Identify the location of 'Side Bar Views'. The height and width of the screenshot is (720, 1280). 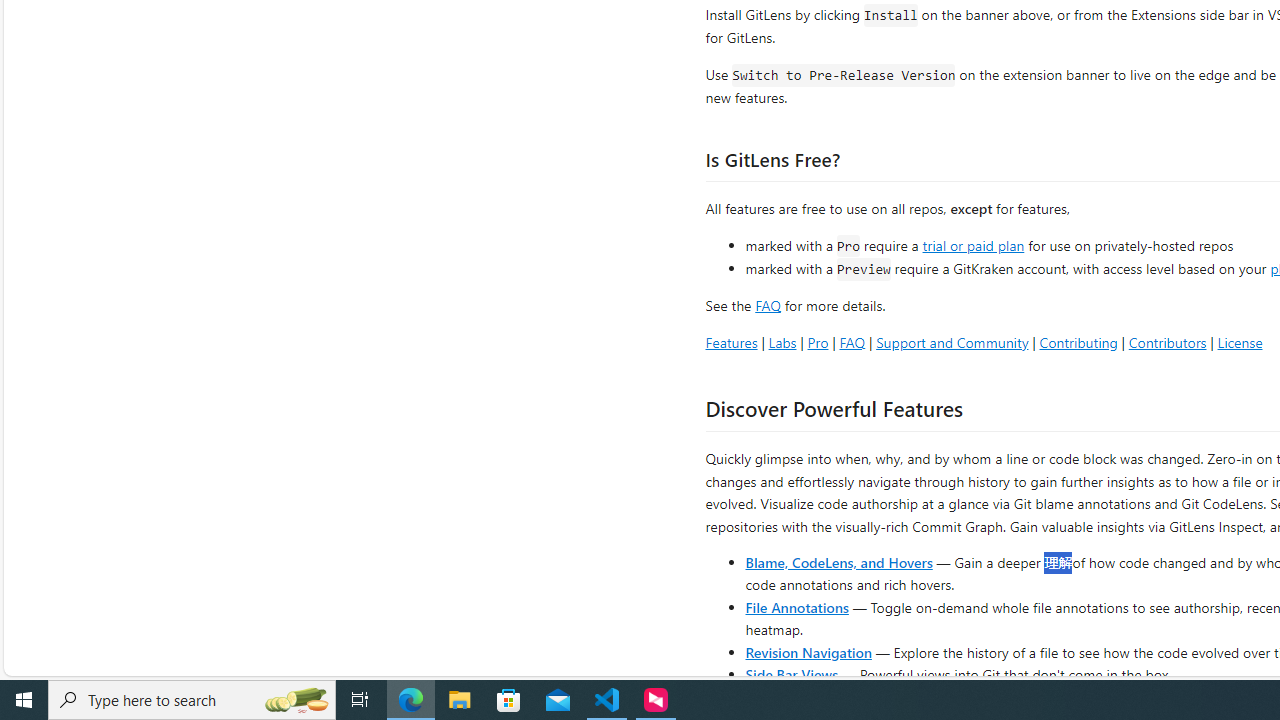
(790, 673).